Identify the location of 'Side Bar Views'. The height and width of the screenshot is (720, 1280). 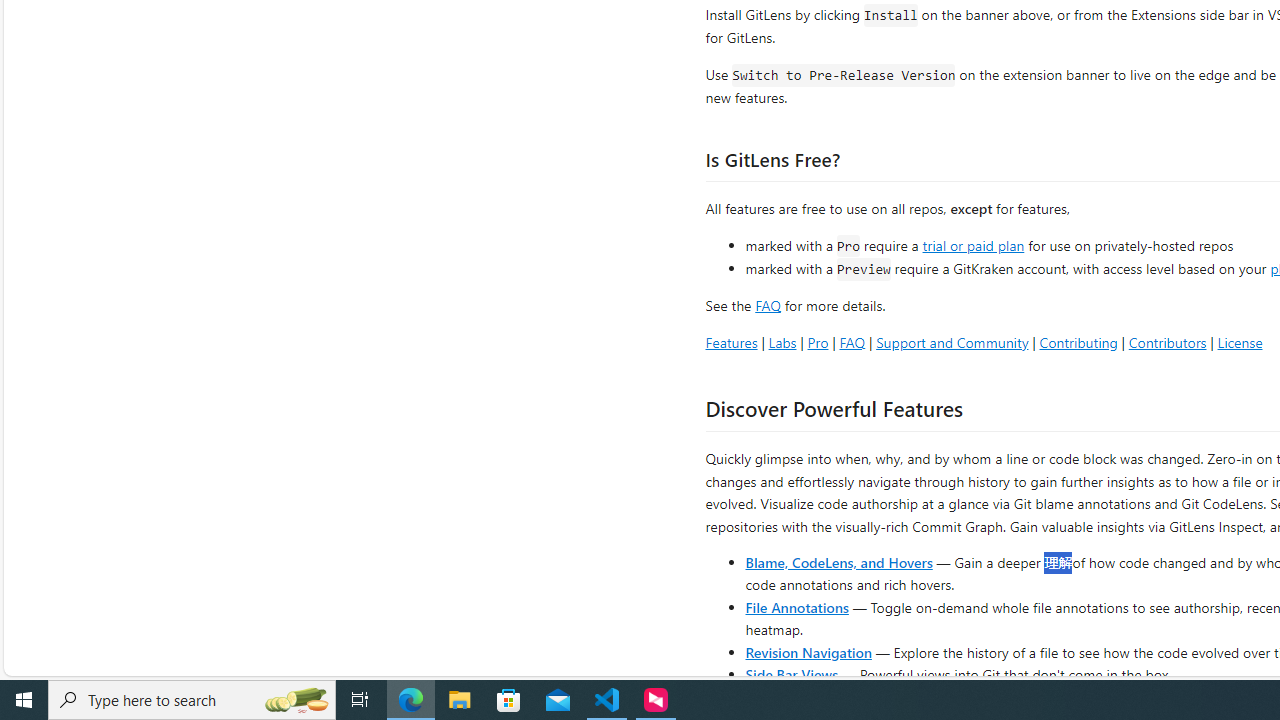
(790, 673).